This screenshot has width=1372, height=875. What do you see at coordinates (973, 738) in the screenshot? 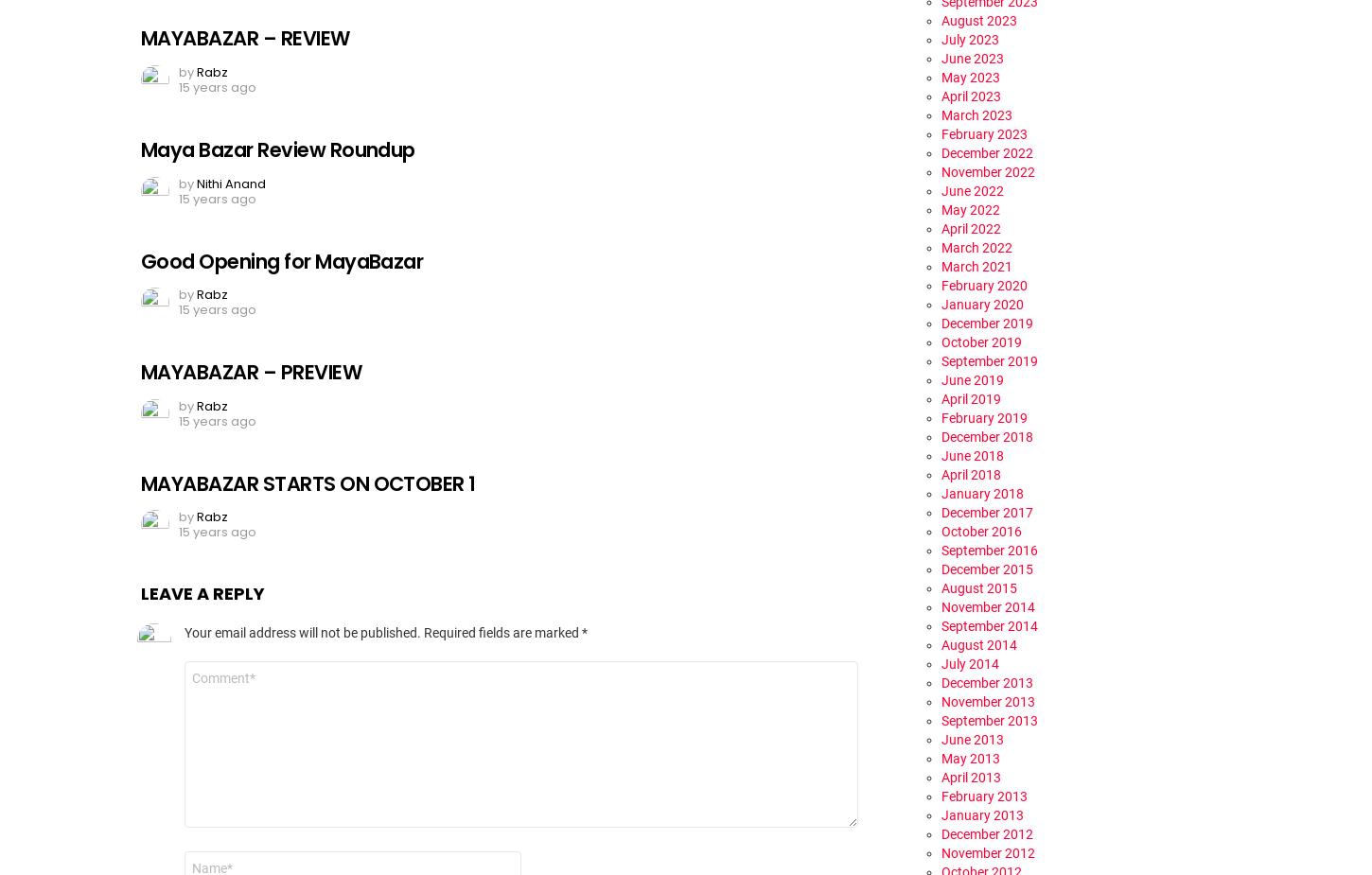
I see `'June 2013'` at bounding box center [973, 738].